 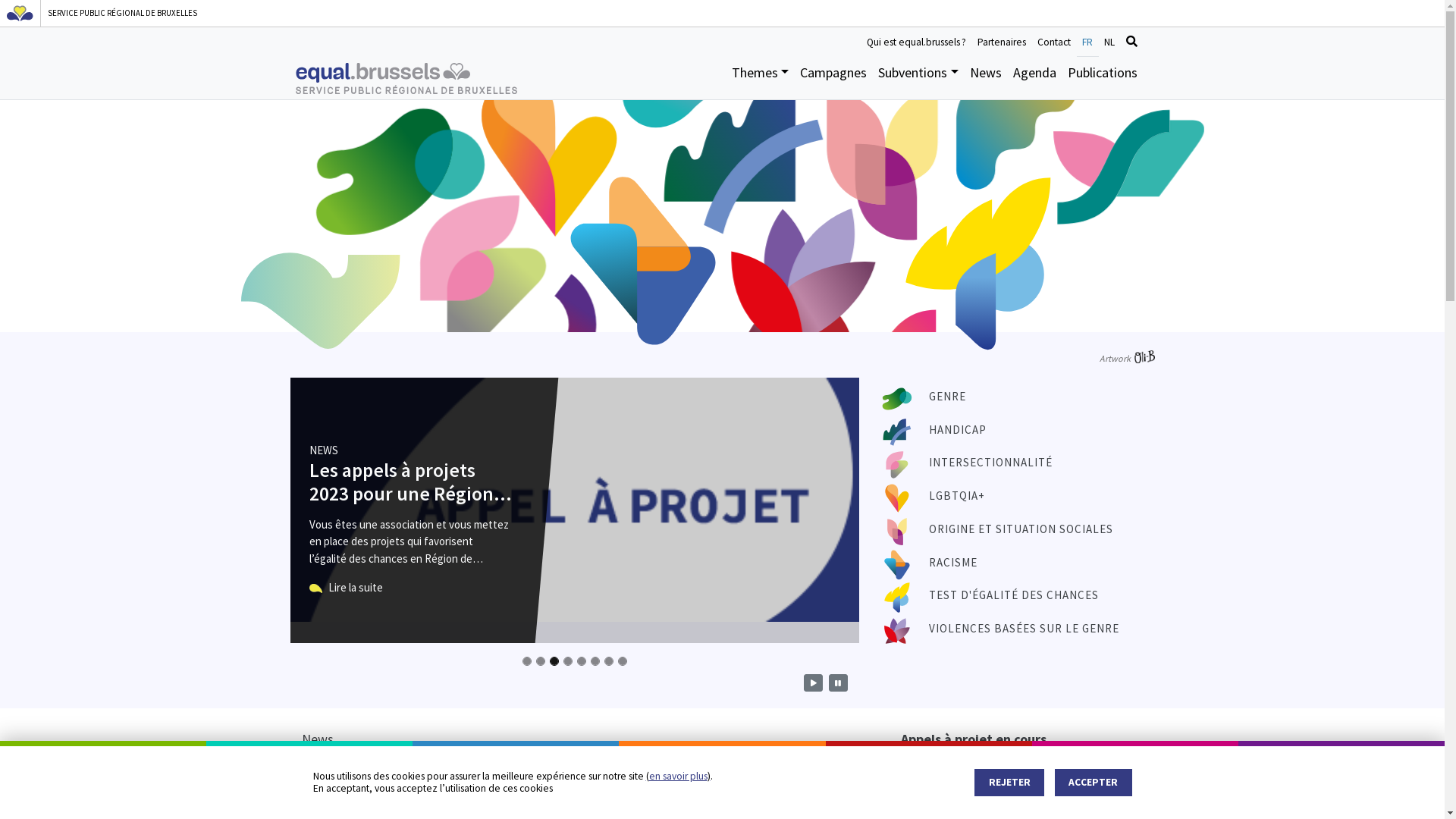 What do you see at coordinates (836, 682) in the screenshot?
I see `'Mettre le diaporama en pause'` at bounding box center [836, 682].